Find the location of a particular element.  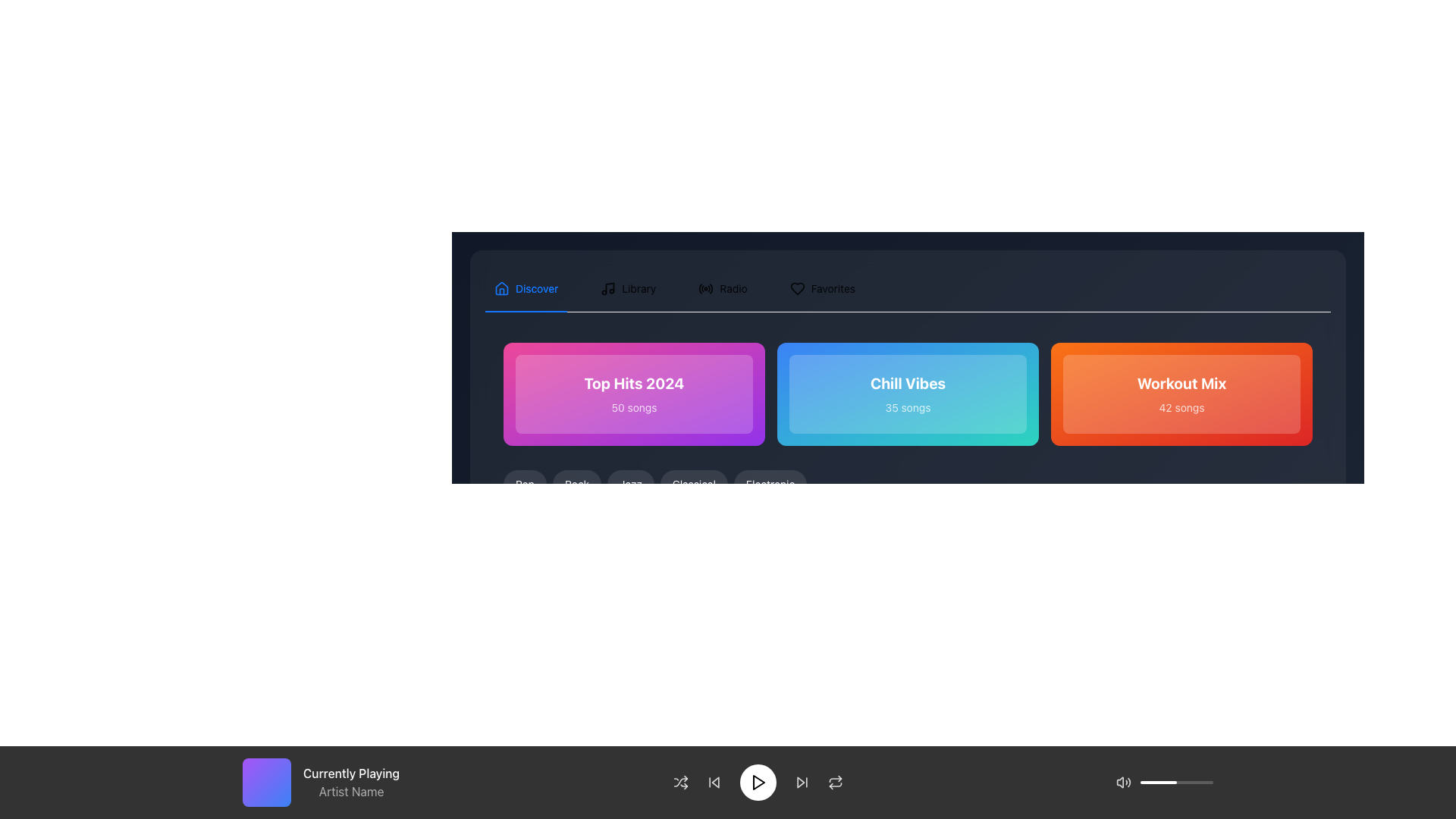

the first button in the horizontal list of music categories is located at coordinates (525, 485).